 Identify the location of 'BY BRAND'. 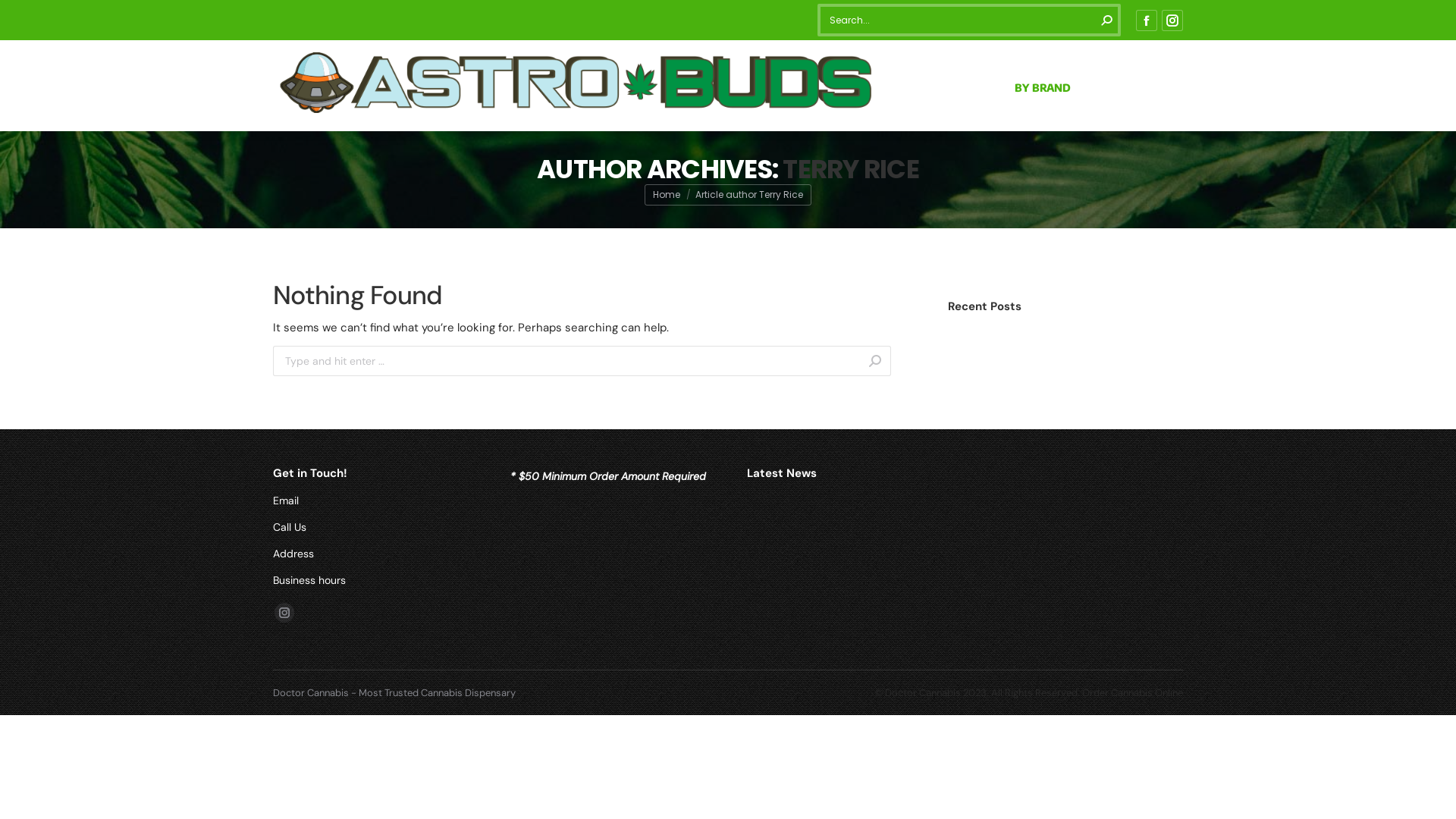
(1041, 85).